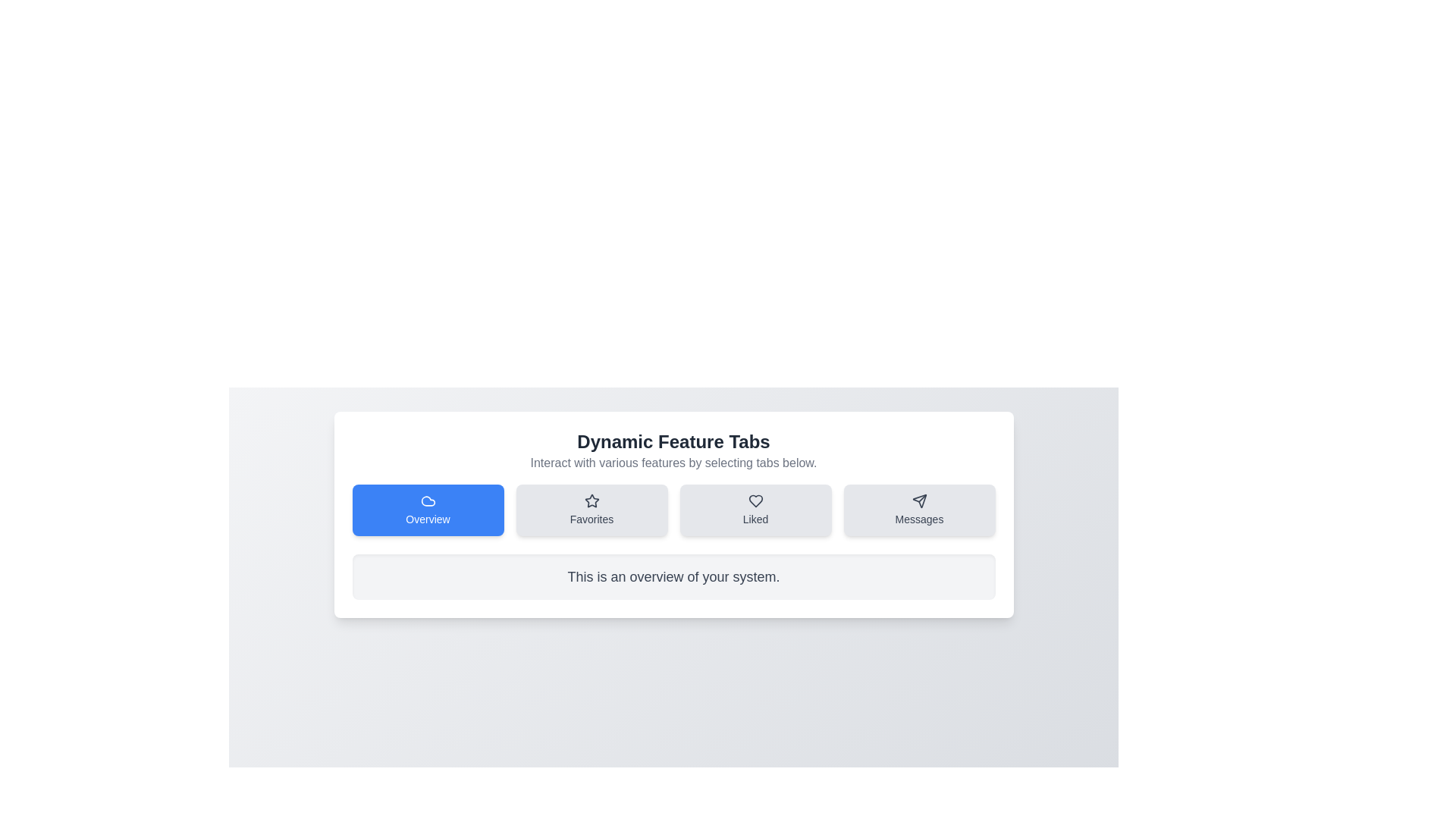 The width and height of the screenshot is (1456, 819). Describe the element at coordinates (673, 441) in the screenshot. I see `the text label styled in a prominent, bold font reading 'Dynamic Feature Tabs' located at the top of the section, serving as a title or heading` at that location.